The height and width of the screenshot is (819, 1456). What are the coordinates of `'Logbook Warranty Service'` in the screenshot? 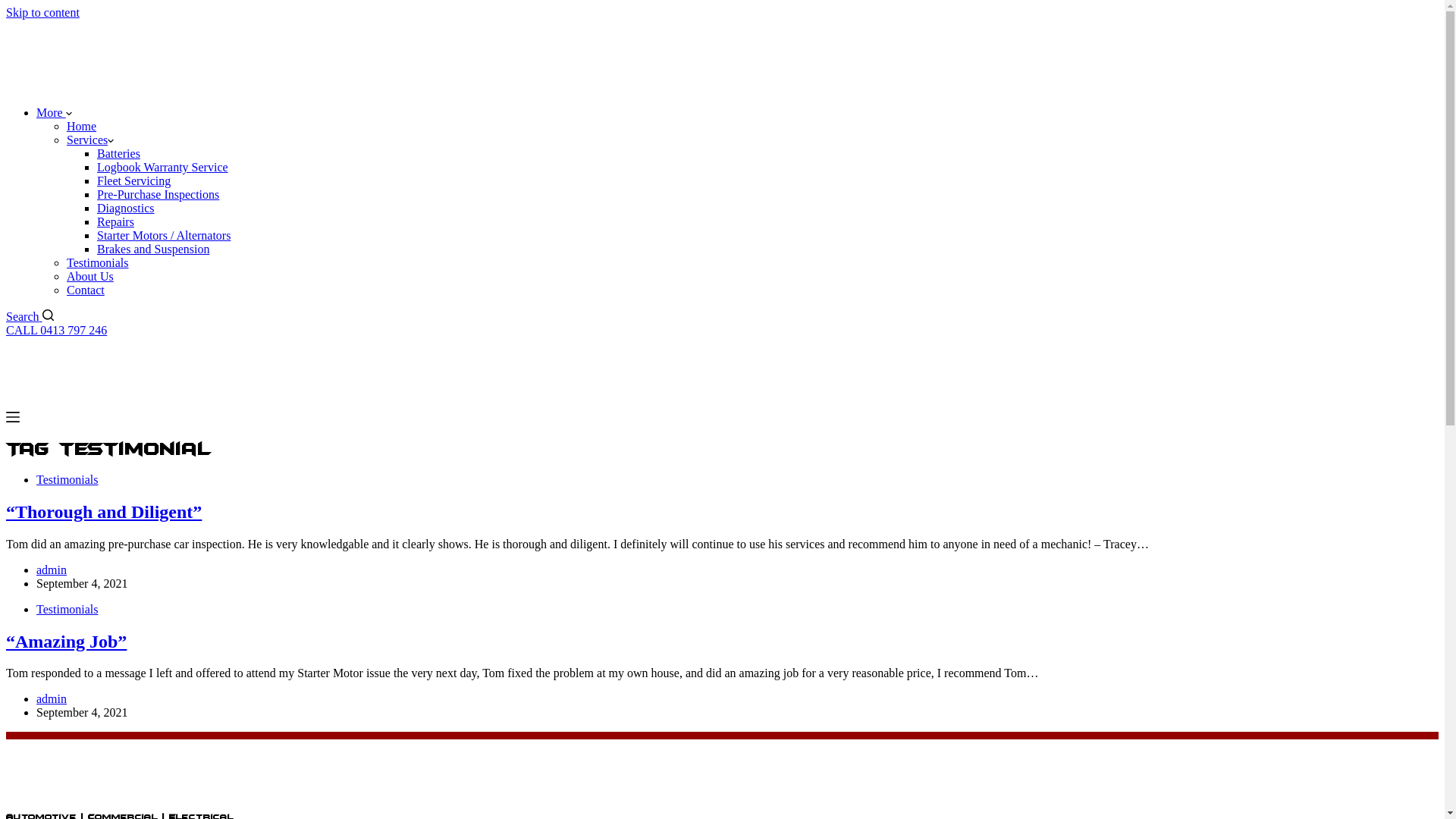 It's located at (96, 167).